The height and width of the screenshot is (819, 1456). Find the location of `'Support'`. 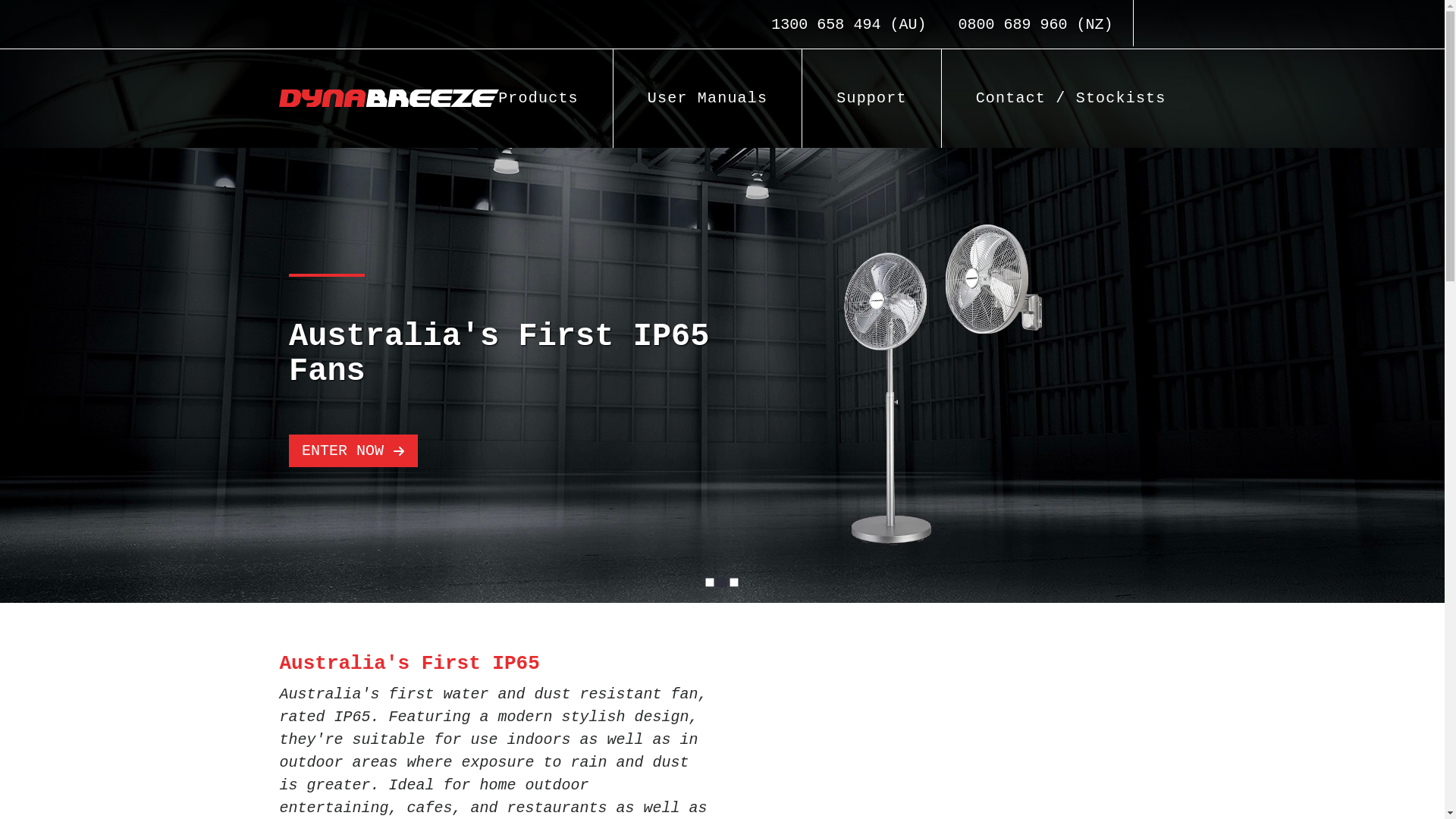

'Support' is located at coordinates (801, 99).